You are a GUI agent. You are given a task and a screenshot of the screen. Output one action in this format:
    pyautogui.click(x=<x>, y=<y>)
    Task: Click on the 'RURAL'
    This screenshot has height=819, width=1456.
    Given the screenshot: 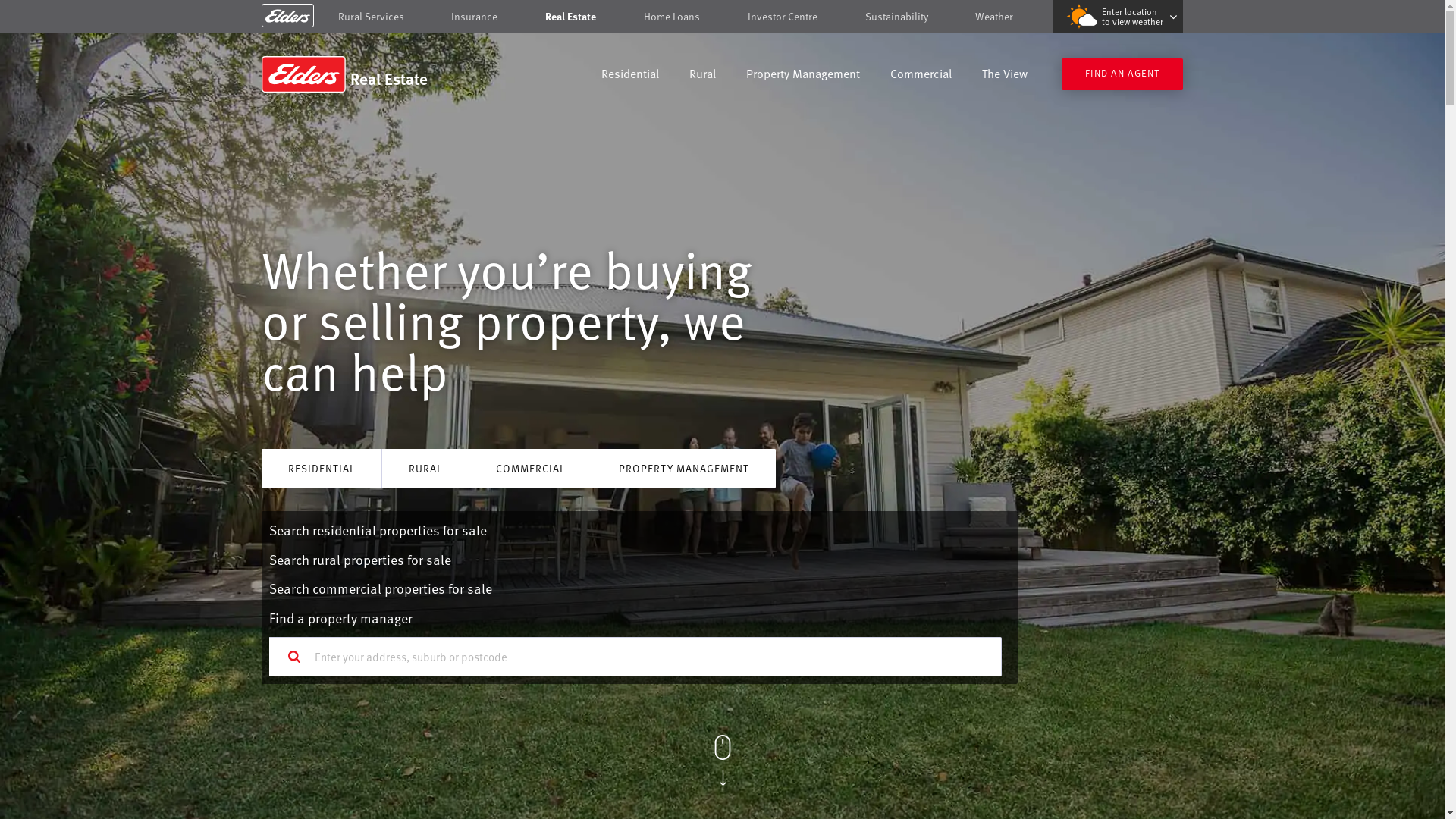 What is the action you would take?
    pyautogui.click(x=425, y=467)
    